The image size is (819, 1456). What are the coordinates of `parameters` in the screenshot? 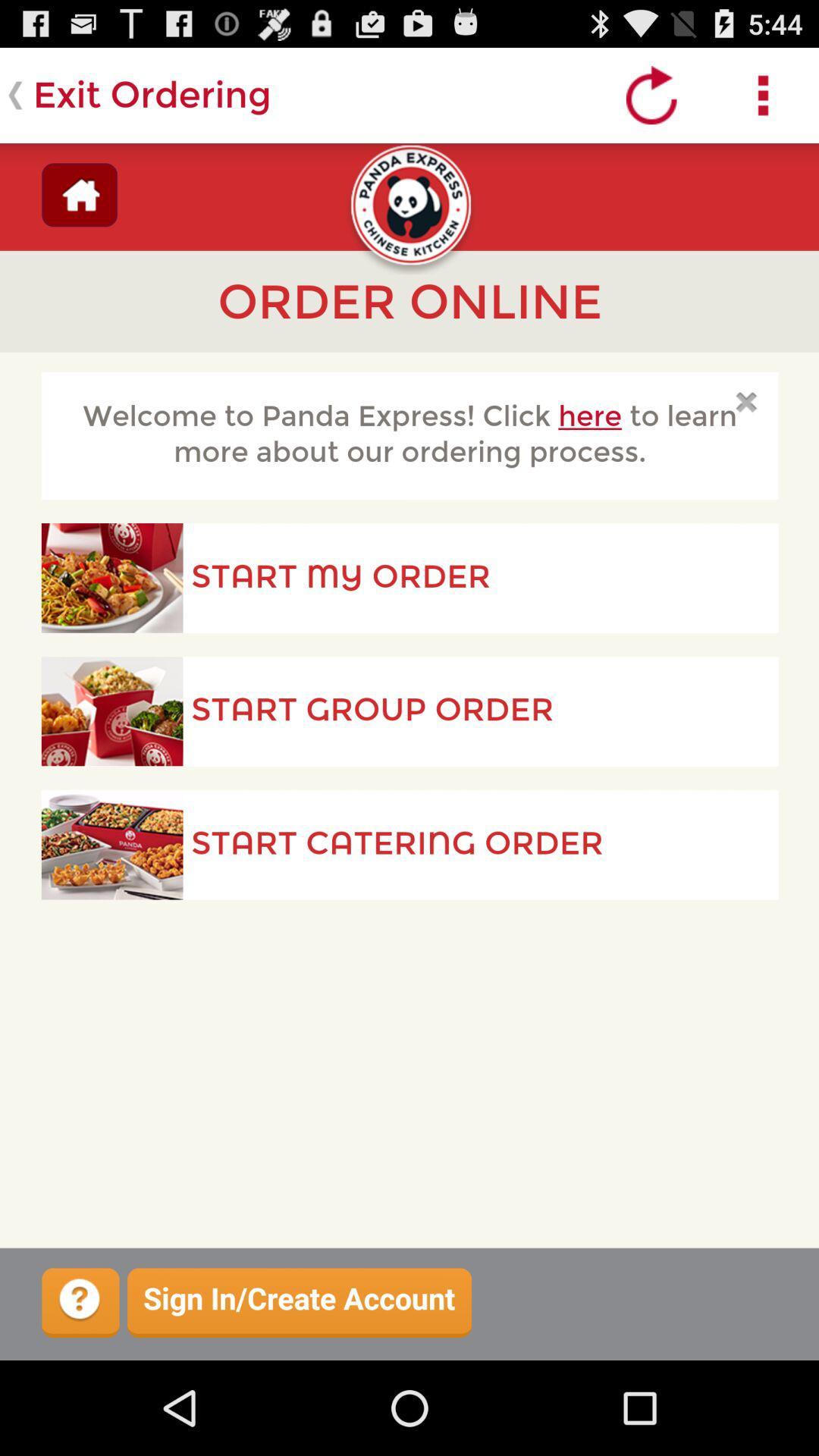 It's located at (763, 94).